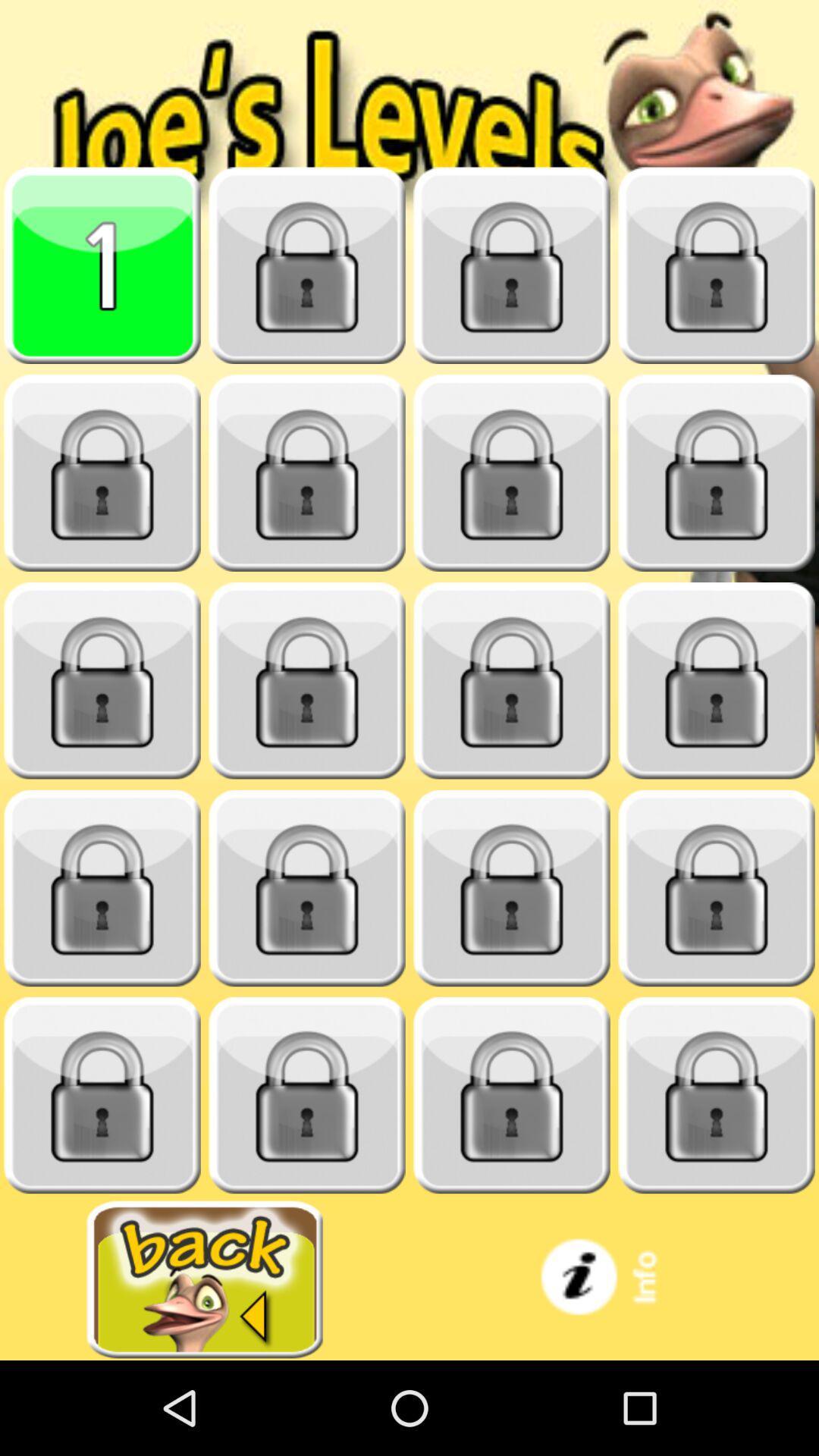 This screenshot has width=819, height=1456. I want to click on this tile, so click(102, 265).